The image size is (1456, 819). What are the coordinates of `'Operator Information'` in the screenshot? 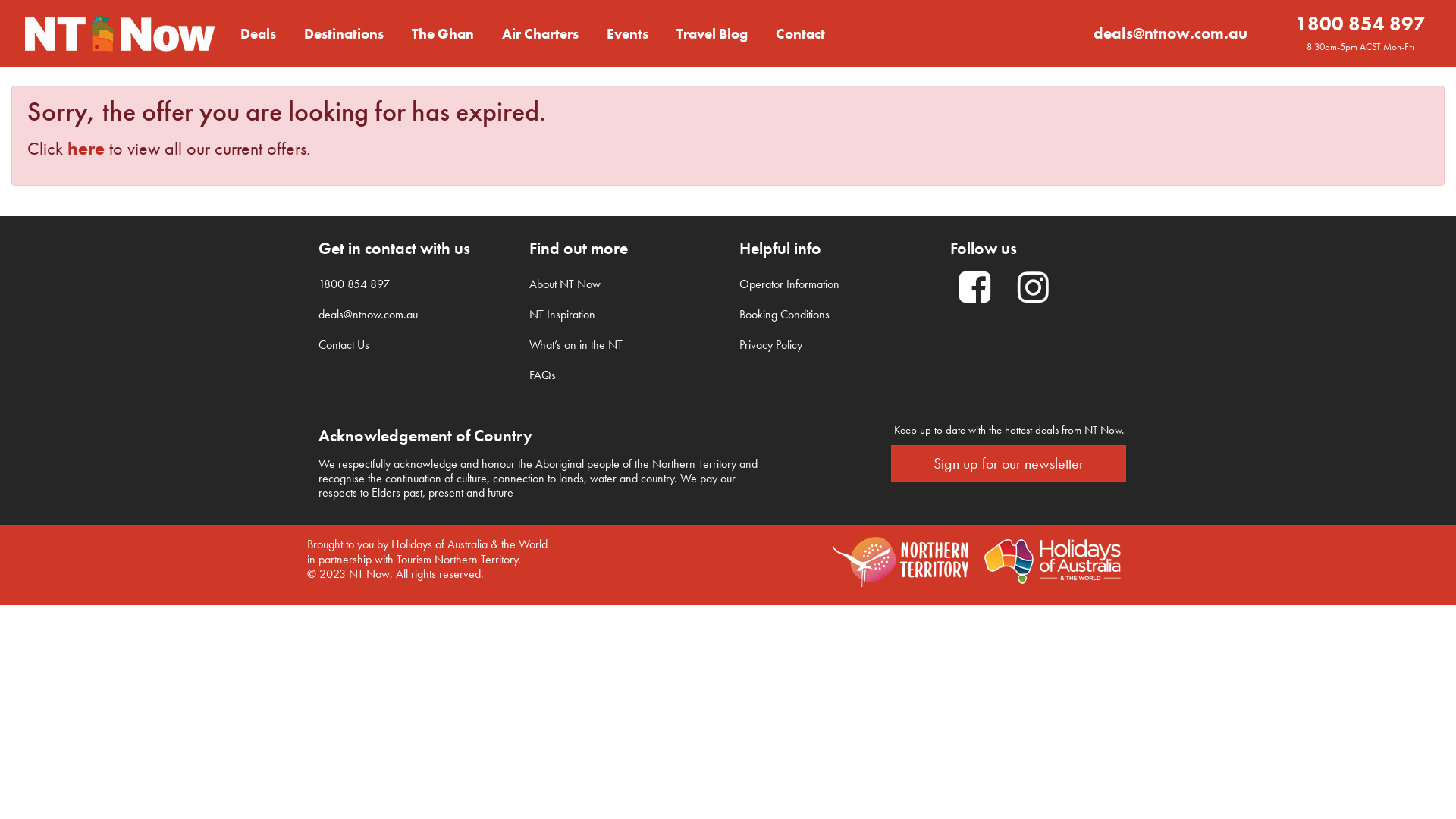 It's located at (739, 284).